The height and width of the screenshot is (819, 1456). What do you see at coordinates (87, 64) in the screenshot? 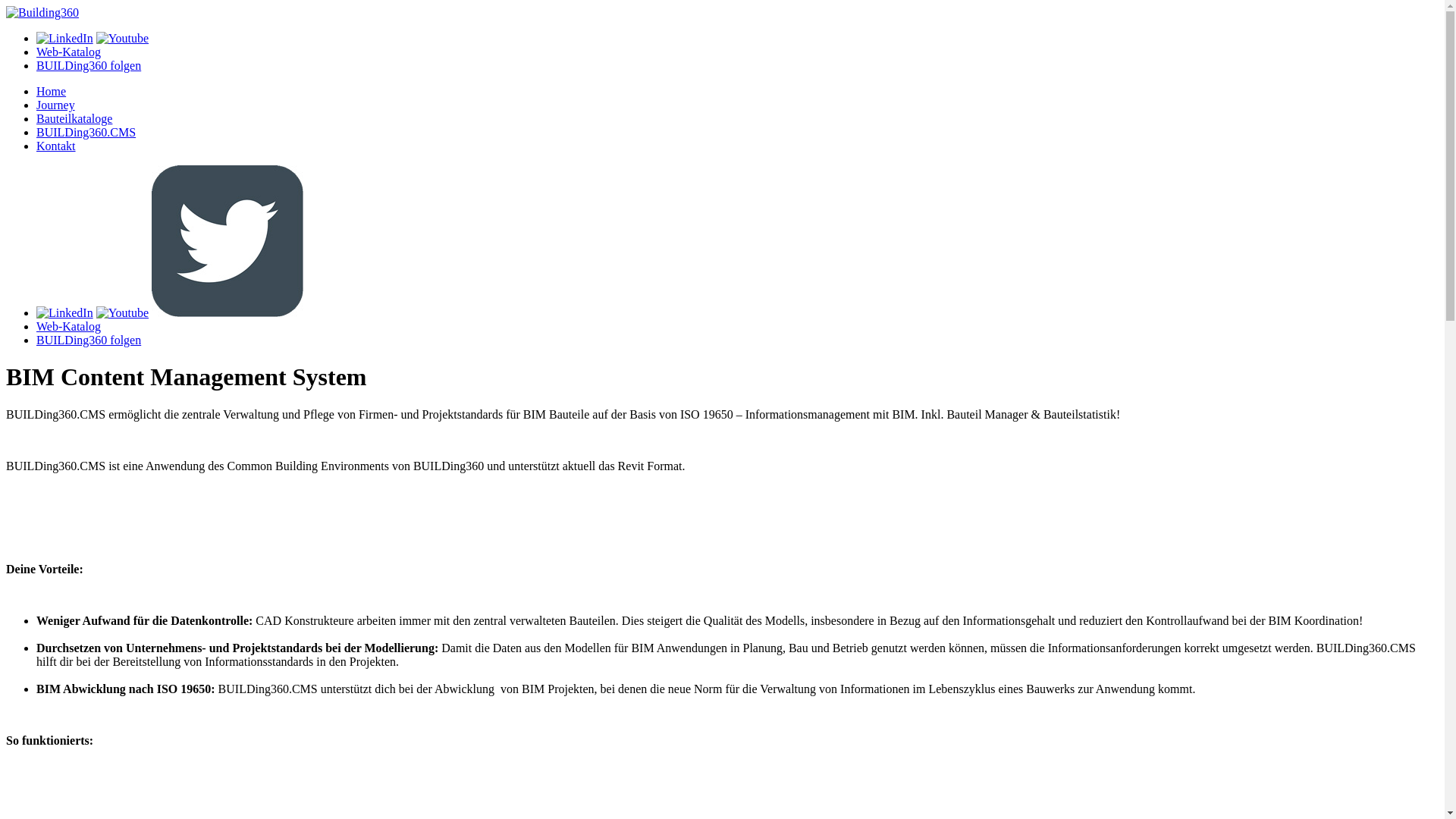
I see `'BUILDing360 folgen'` at bounding box center [87, 64].